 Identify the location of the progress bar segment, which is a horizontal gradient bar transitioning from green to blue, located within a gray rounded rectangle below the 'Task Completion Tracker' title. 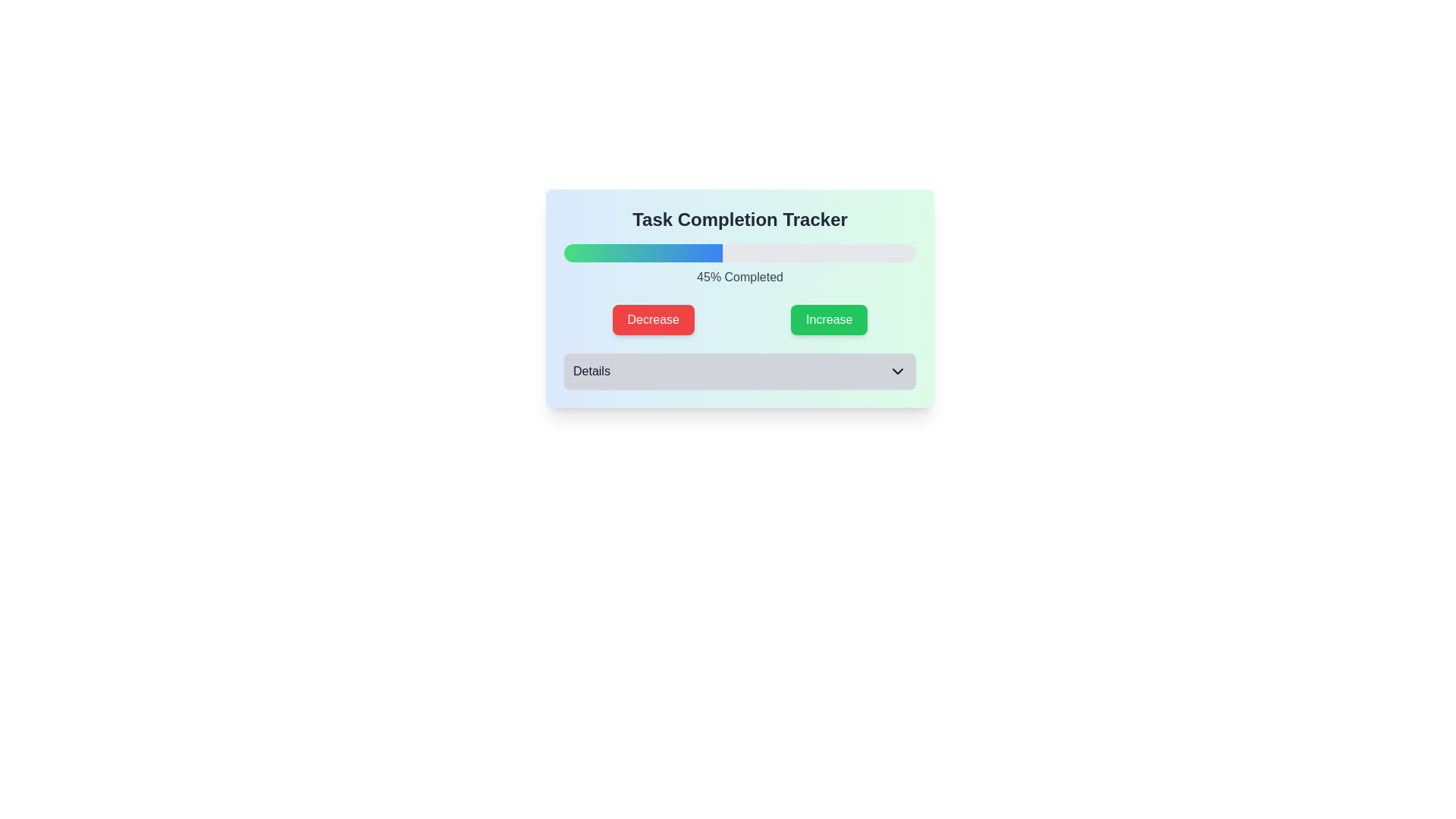
(643, 253).